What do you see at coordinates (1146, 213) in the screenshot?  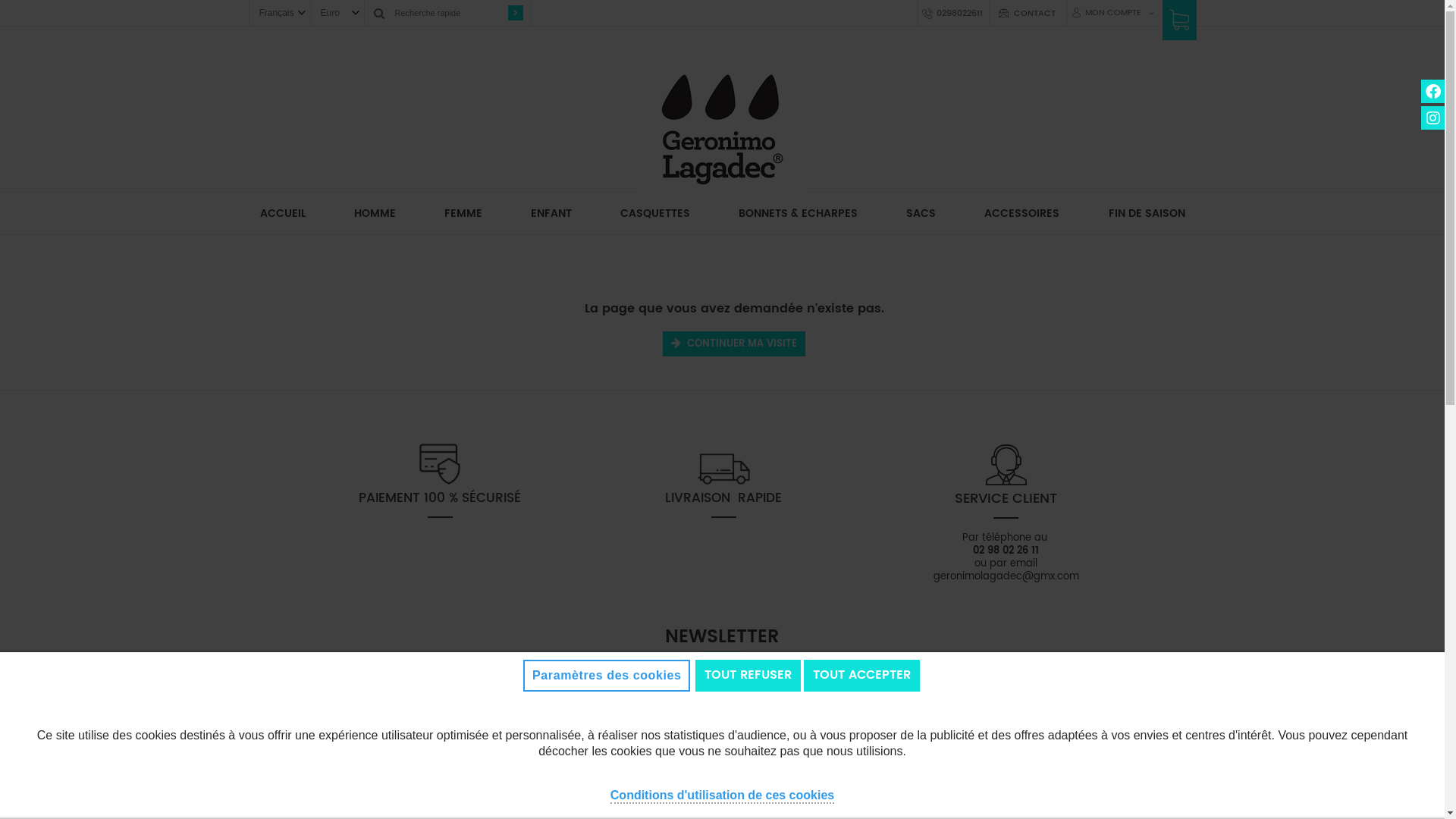 I see `'FIN DE SAISON'` at bounding box center [1146, 213].